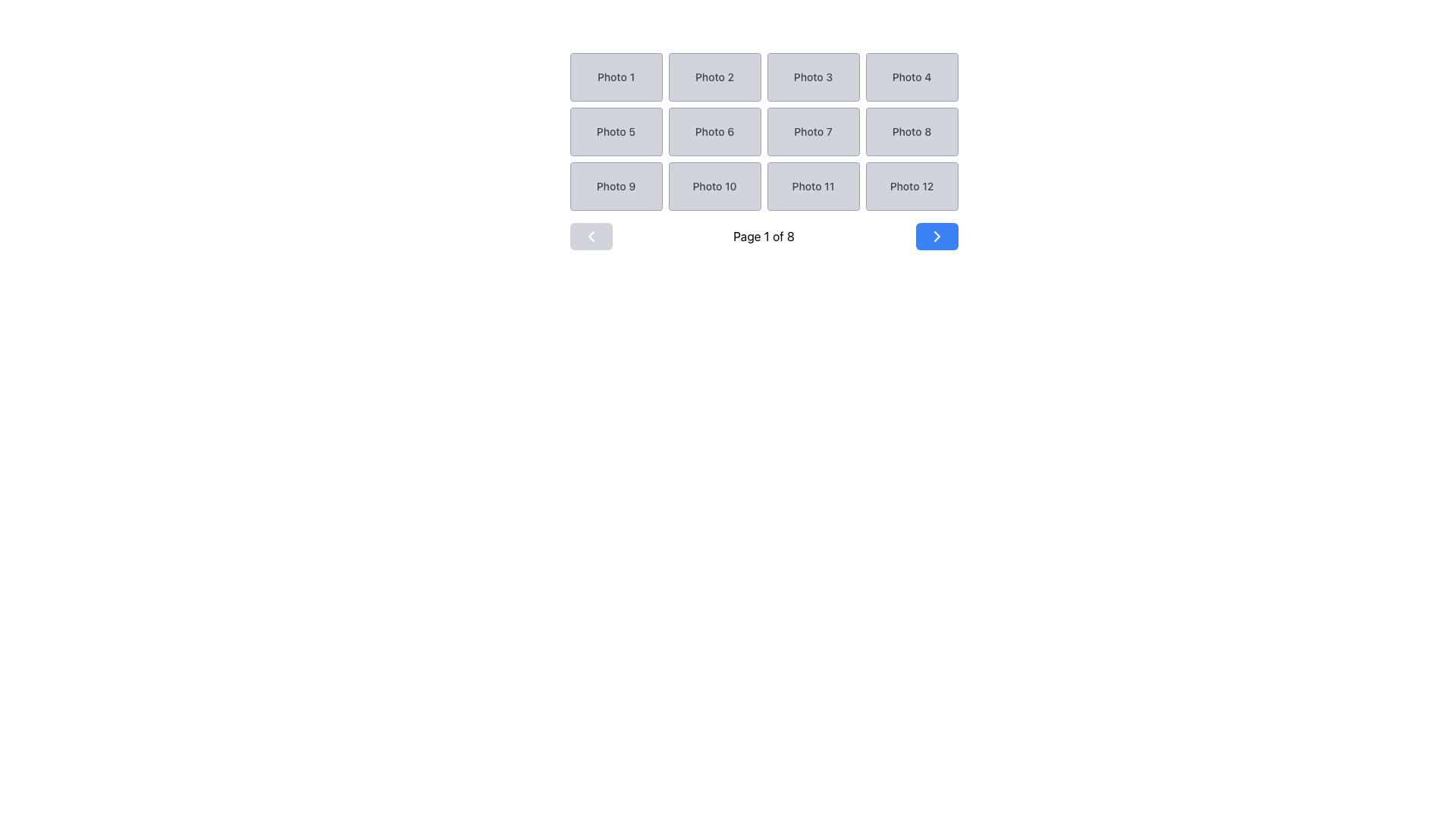  What do you see at coordinates (616, 130) in the screenshot?
I see `the rectangular button with a gray background labeled 'Photo 5'` at bounding box center [616, 130].